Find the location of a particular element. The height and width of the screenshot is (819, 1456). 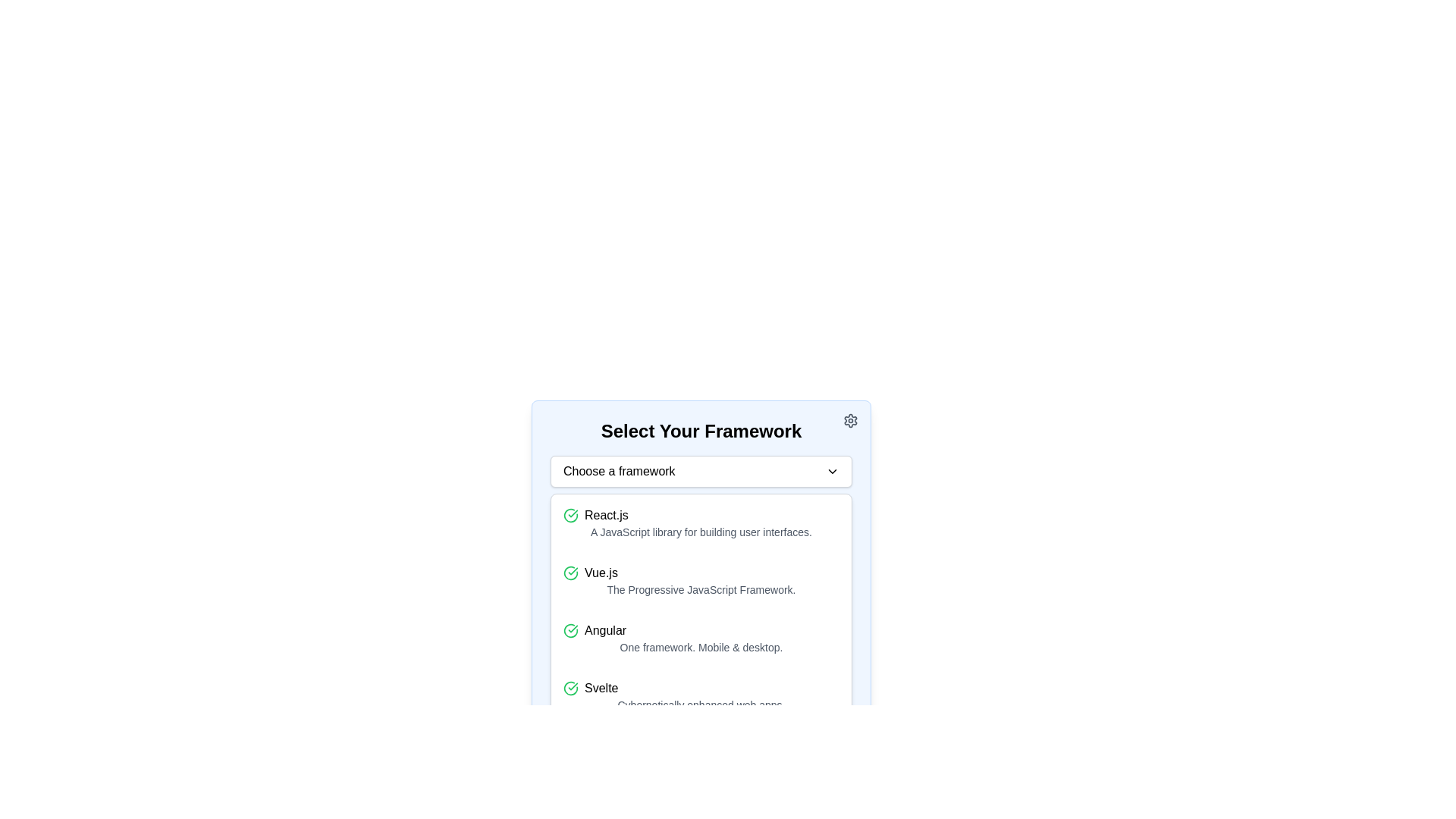

the circular green icon with a checkmark inside, indicating a successful or verified status, located to the left of the 'React.js' text label is located at coordinates (570, 514).